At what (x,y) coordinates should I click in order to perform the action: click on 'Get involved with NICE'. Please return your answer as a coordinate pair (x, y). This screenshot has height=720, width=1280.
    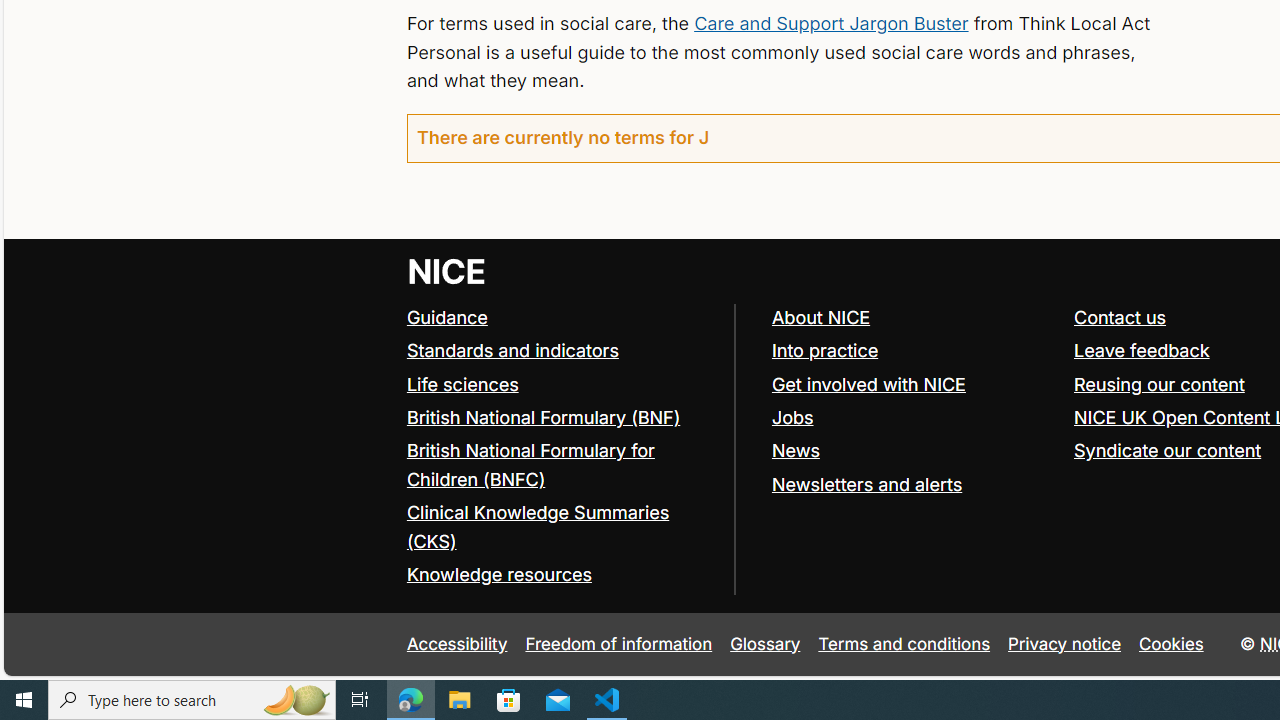
    Looking at the image, I should click on (868, 384).